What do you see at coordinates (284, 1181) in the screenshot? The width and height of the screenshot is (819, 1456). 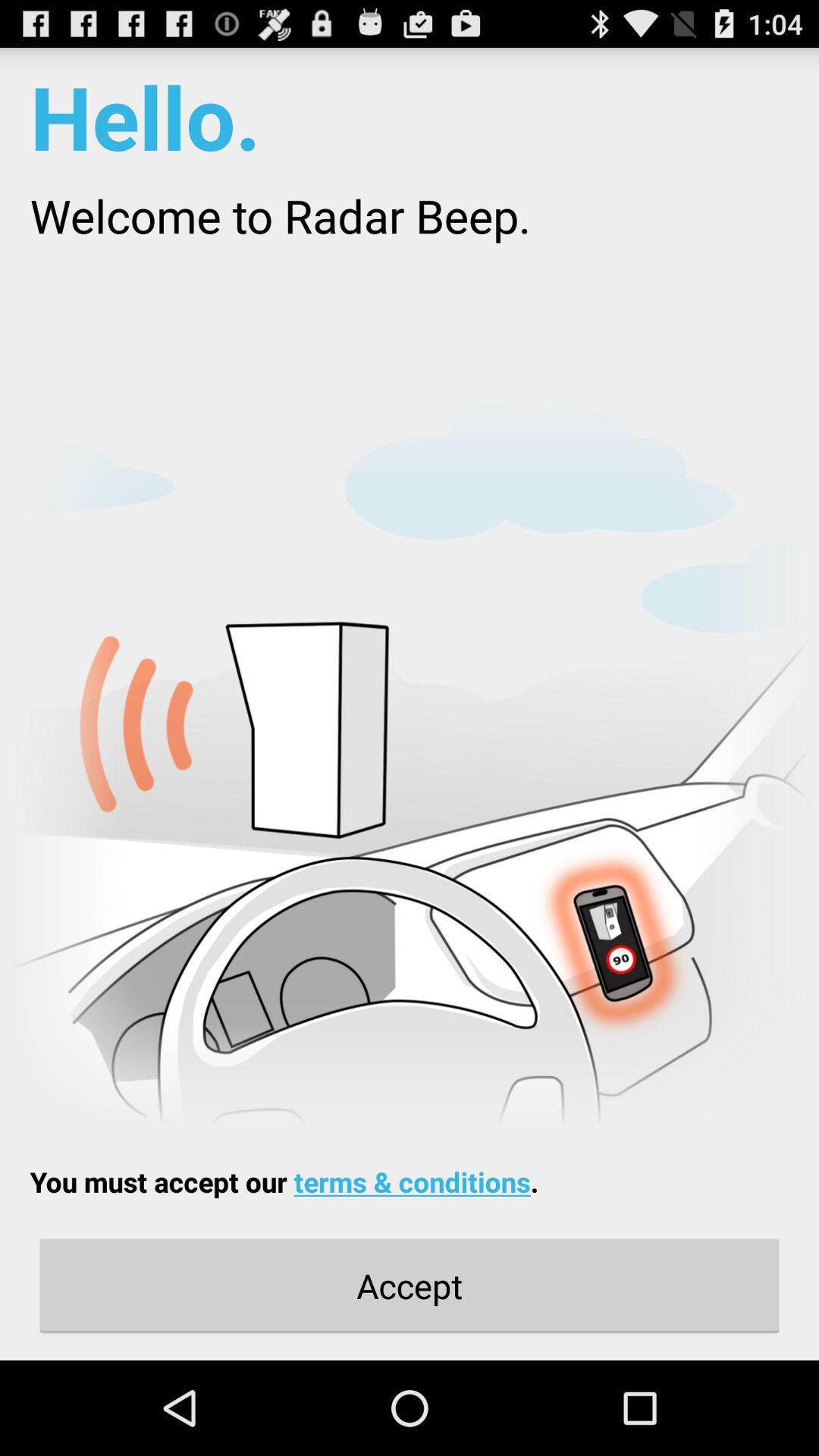 I see `button above accept icon` at bounding box center [284, 1181].